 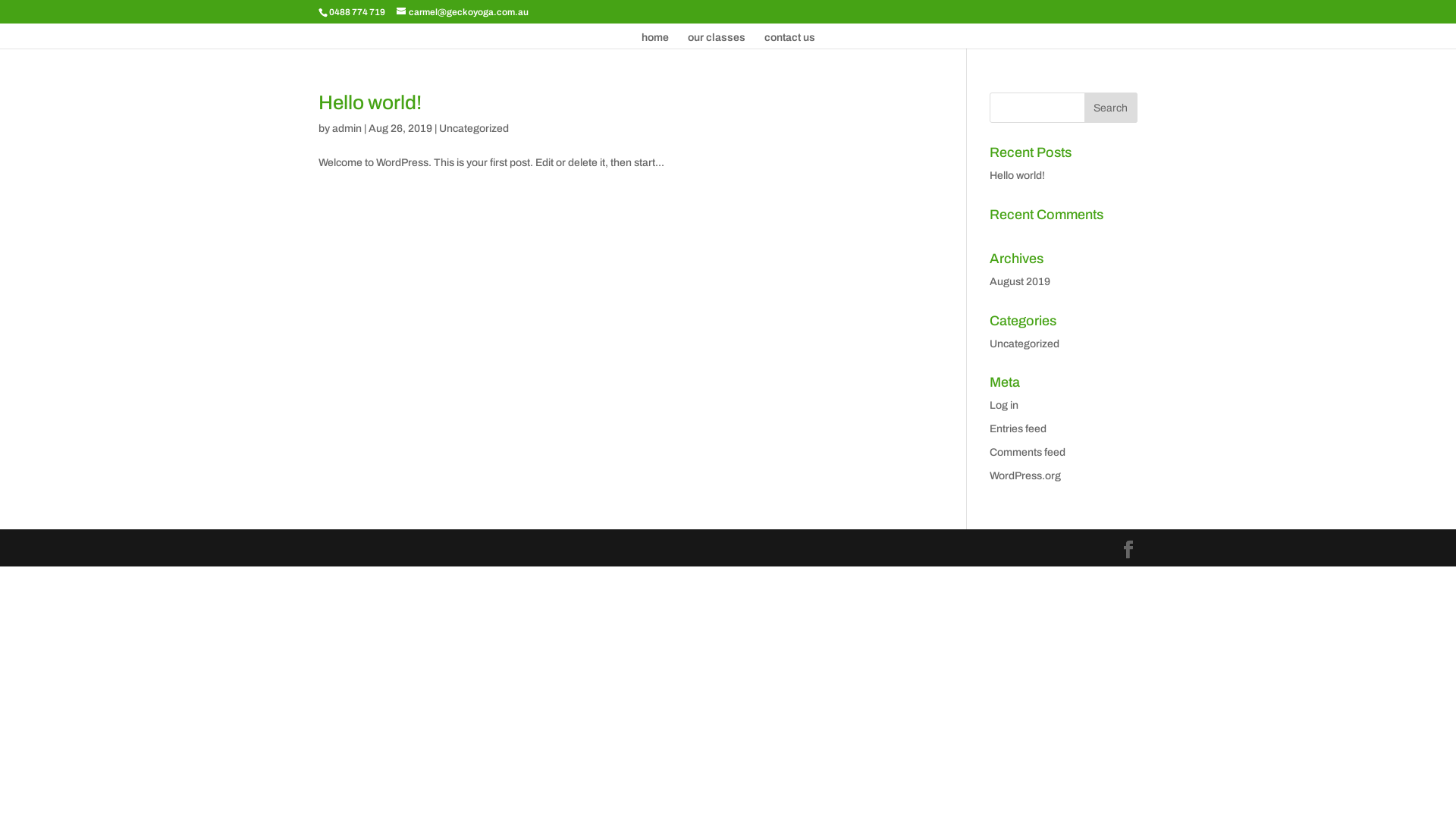 What do you see at coordinates (1027, 451) in the screenshot?
I see `'Comments feed'` at bounding box center [1027, 451].